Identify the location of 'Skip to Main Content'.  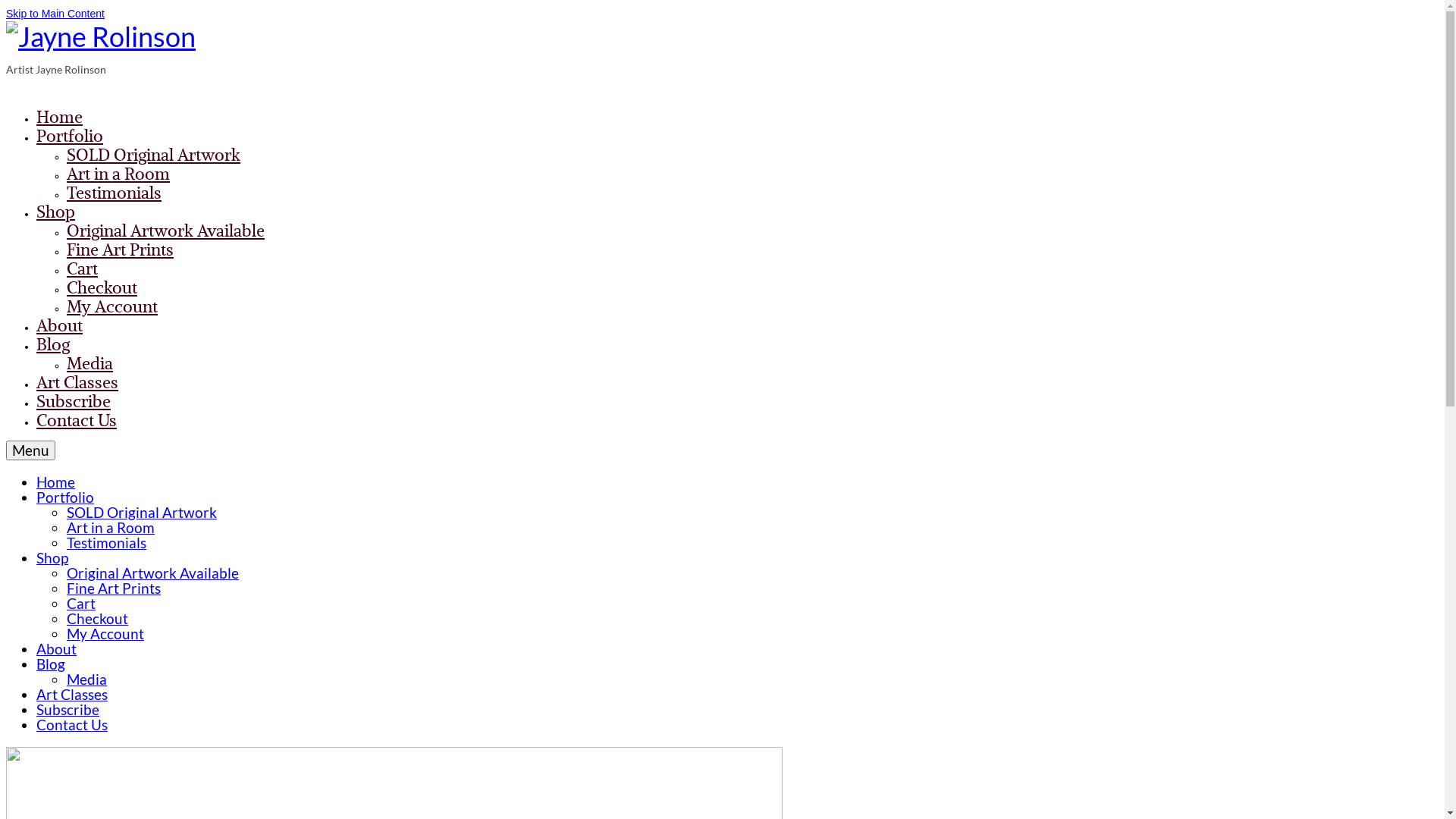
(6, 14).